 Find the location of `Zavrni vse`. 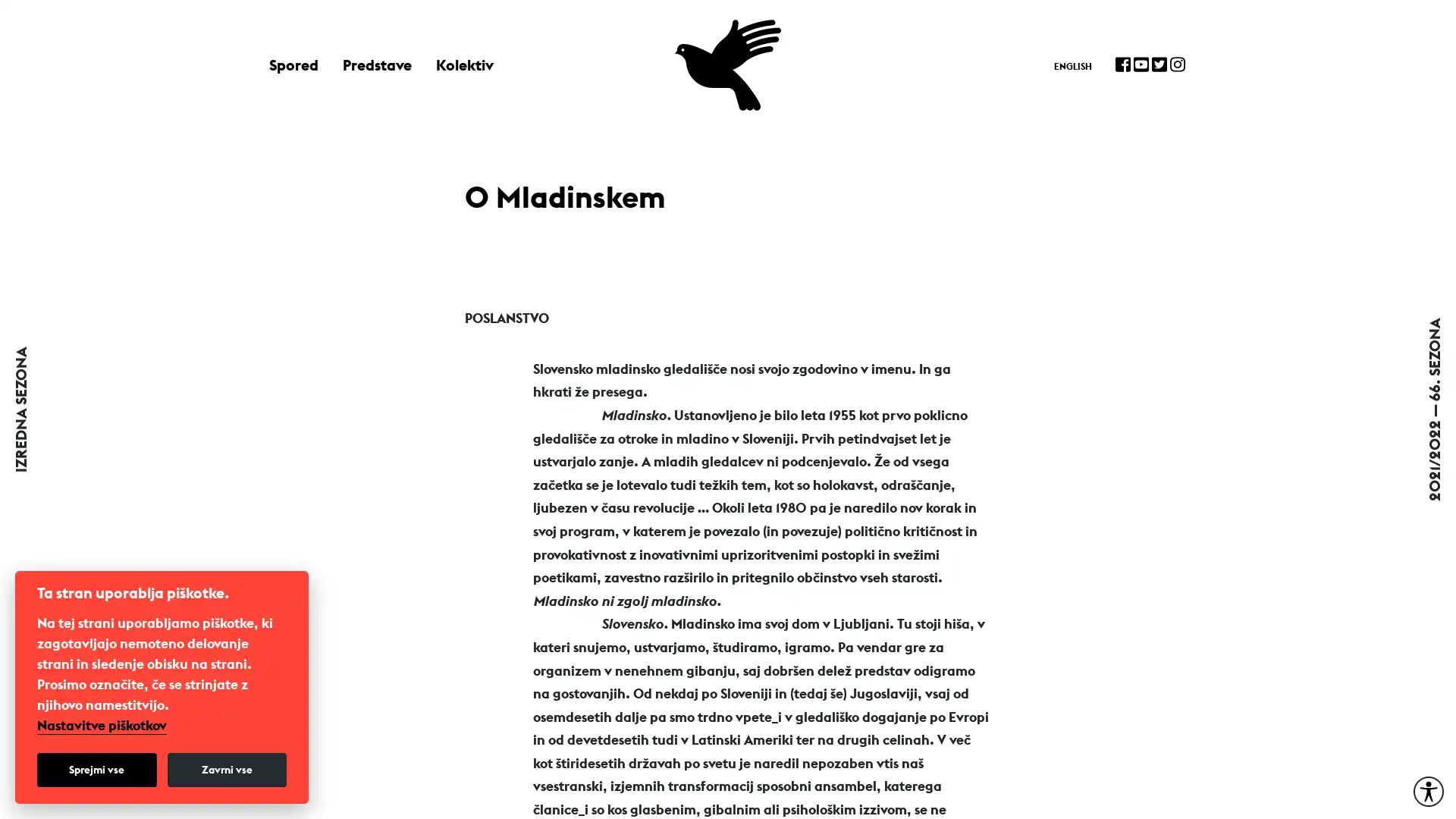

Zavrni vse is located at coordinates (225, 769).